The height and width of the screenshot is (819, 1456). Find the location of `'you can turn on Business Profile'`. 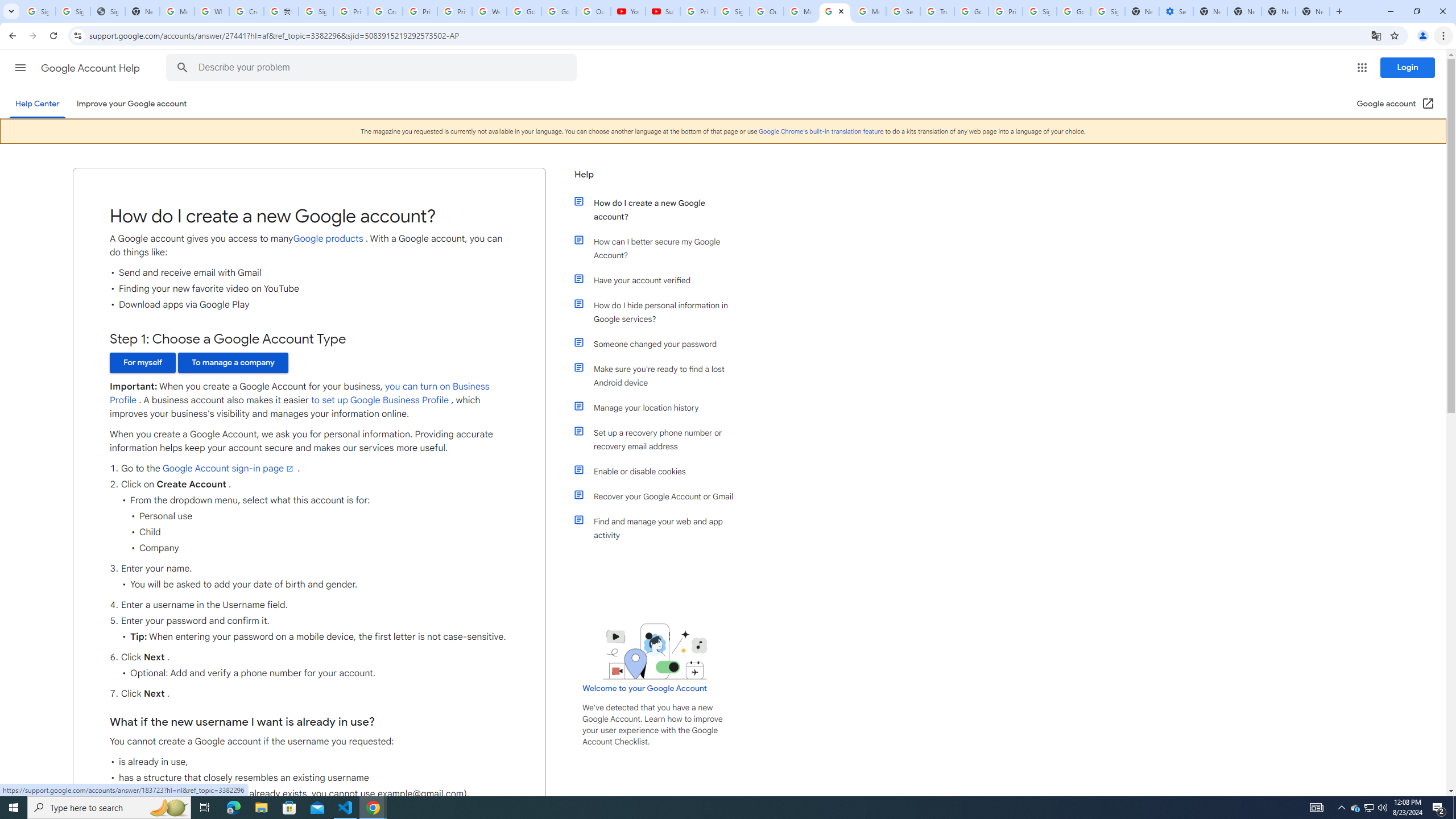

'you can turn on Business Profile' is located at coordinates (299, 392).